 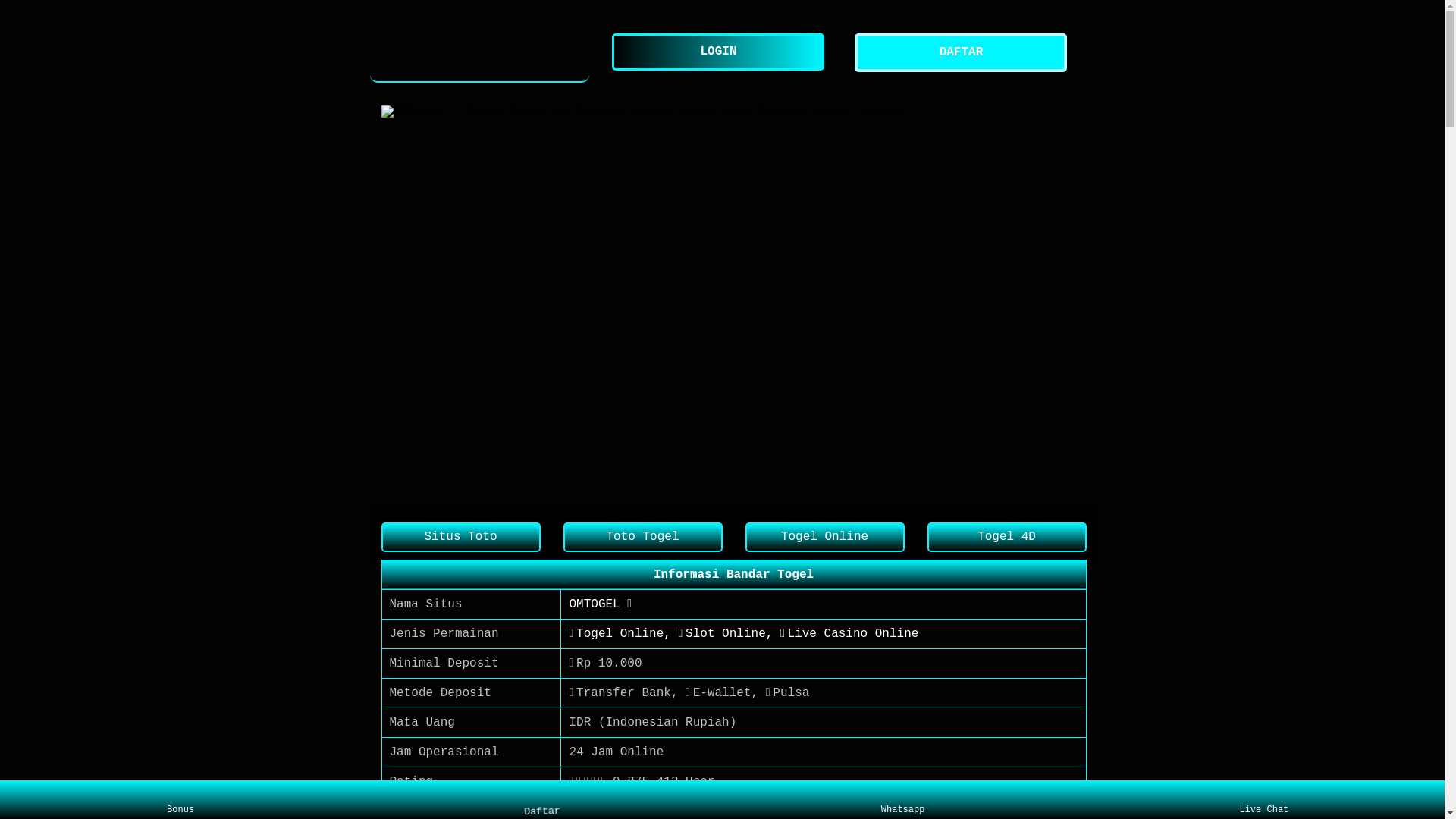 What do you see at coordinates (541, 798) in the screenshot?
I see `'Daftar'` at bounding box center [541, 798].